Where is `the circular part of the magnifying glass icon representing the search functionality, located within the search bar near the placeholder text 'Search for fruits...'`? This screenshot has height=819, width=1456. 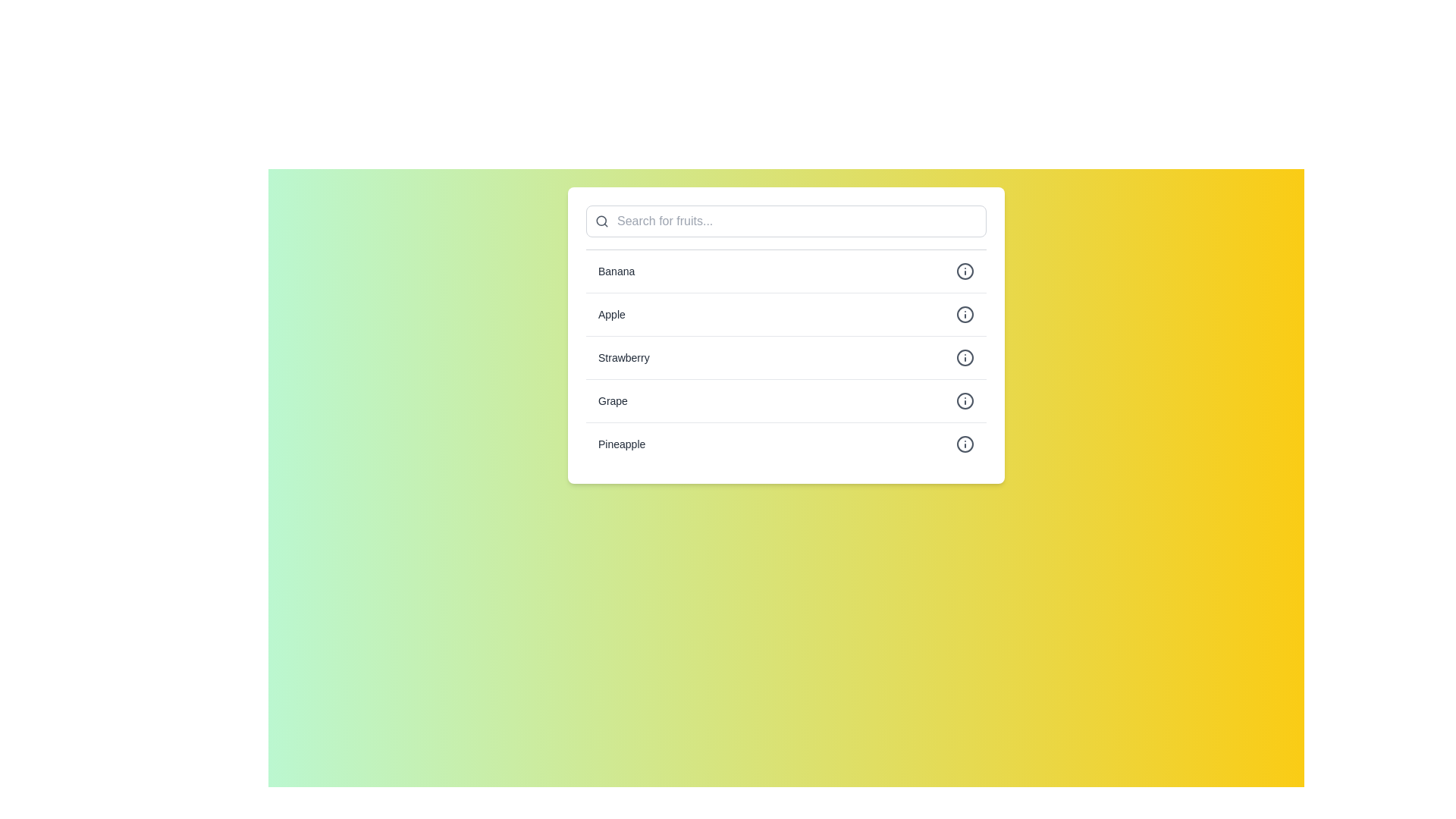
the circular part of the magnifying glass icon representing the search functionality, located within the search bar near the placeholder text 'Search for fruits...' is located at coordinates (601, 221).